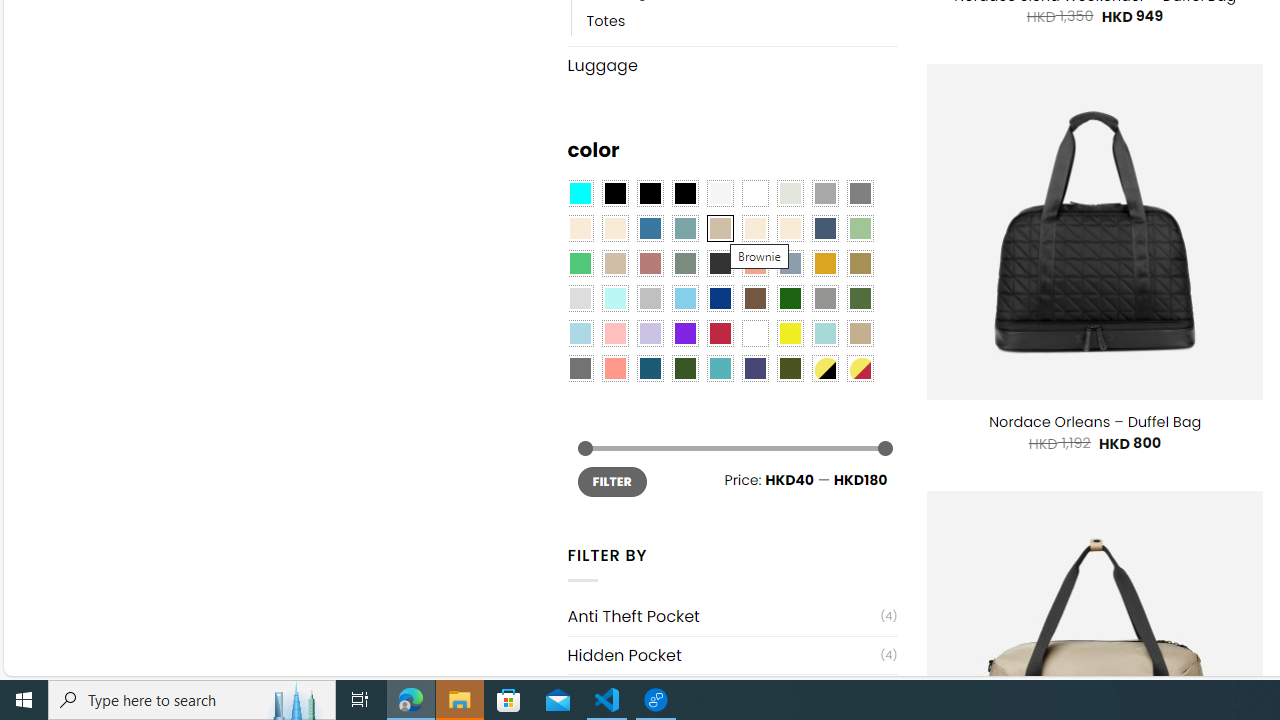  I want to click on 'Green', so click(860, 298).